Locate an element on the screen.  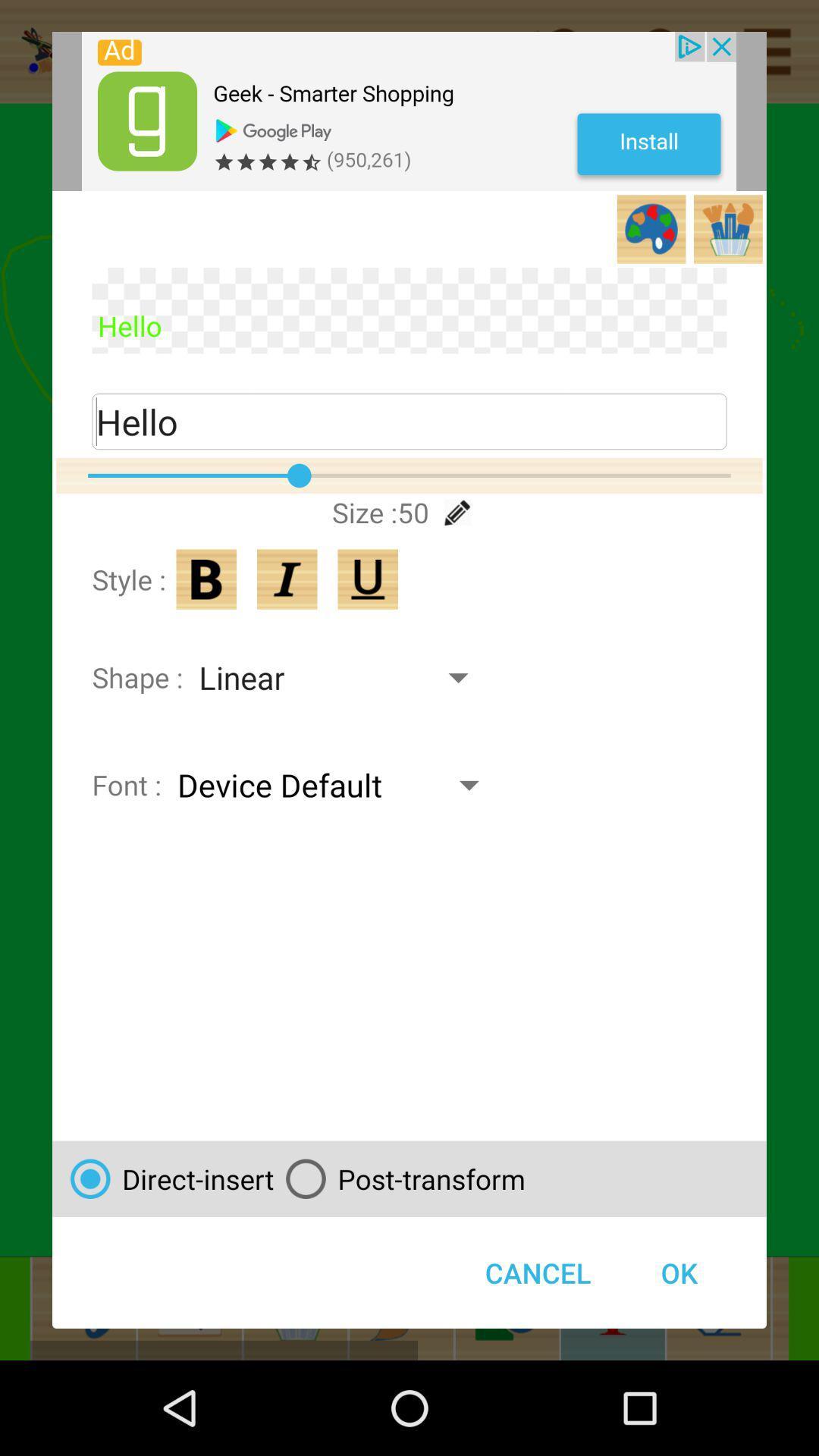
bold text is located at coordinates (206, 579).